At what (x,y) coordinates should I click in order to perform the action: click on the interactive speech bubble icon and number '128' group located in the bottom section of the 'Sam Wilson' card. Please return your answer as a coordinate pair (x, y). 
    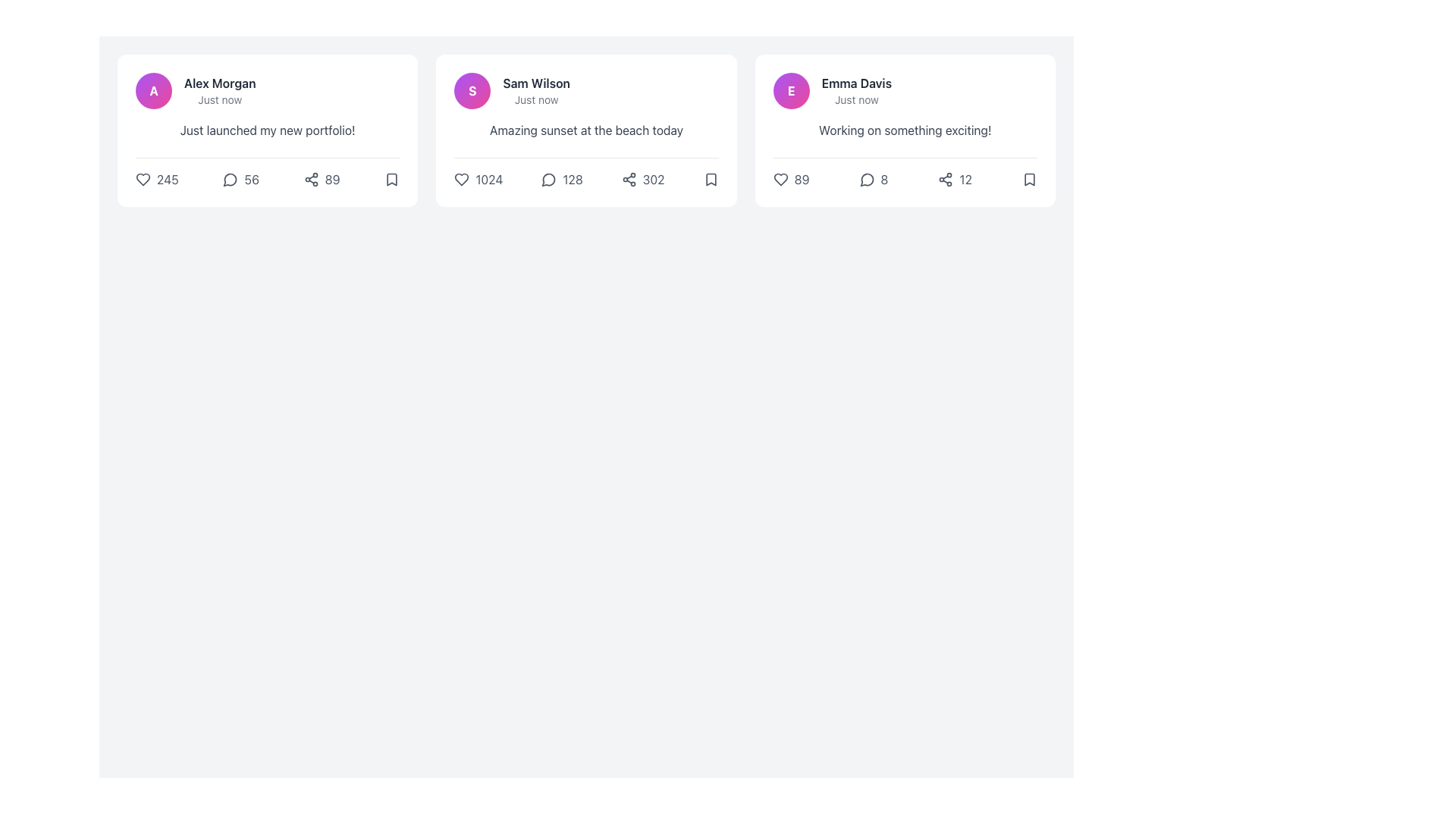
    Looking at the image, I should click on (561, 178).